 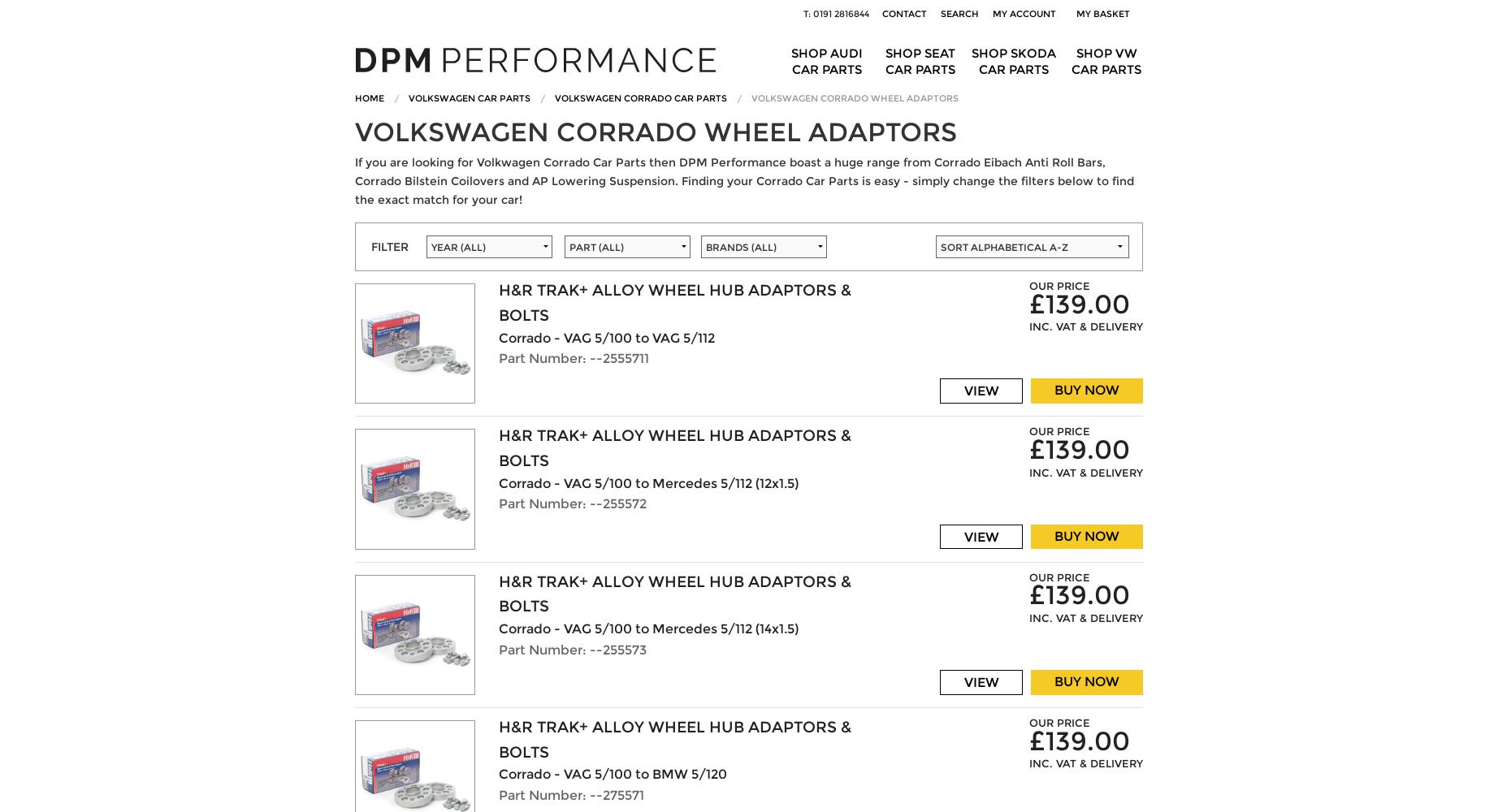 What do you see at coordinates (940, 14) in the screenshot?
I see `'Search'` at bounding box center [940, 14].